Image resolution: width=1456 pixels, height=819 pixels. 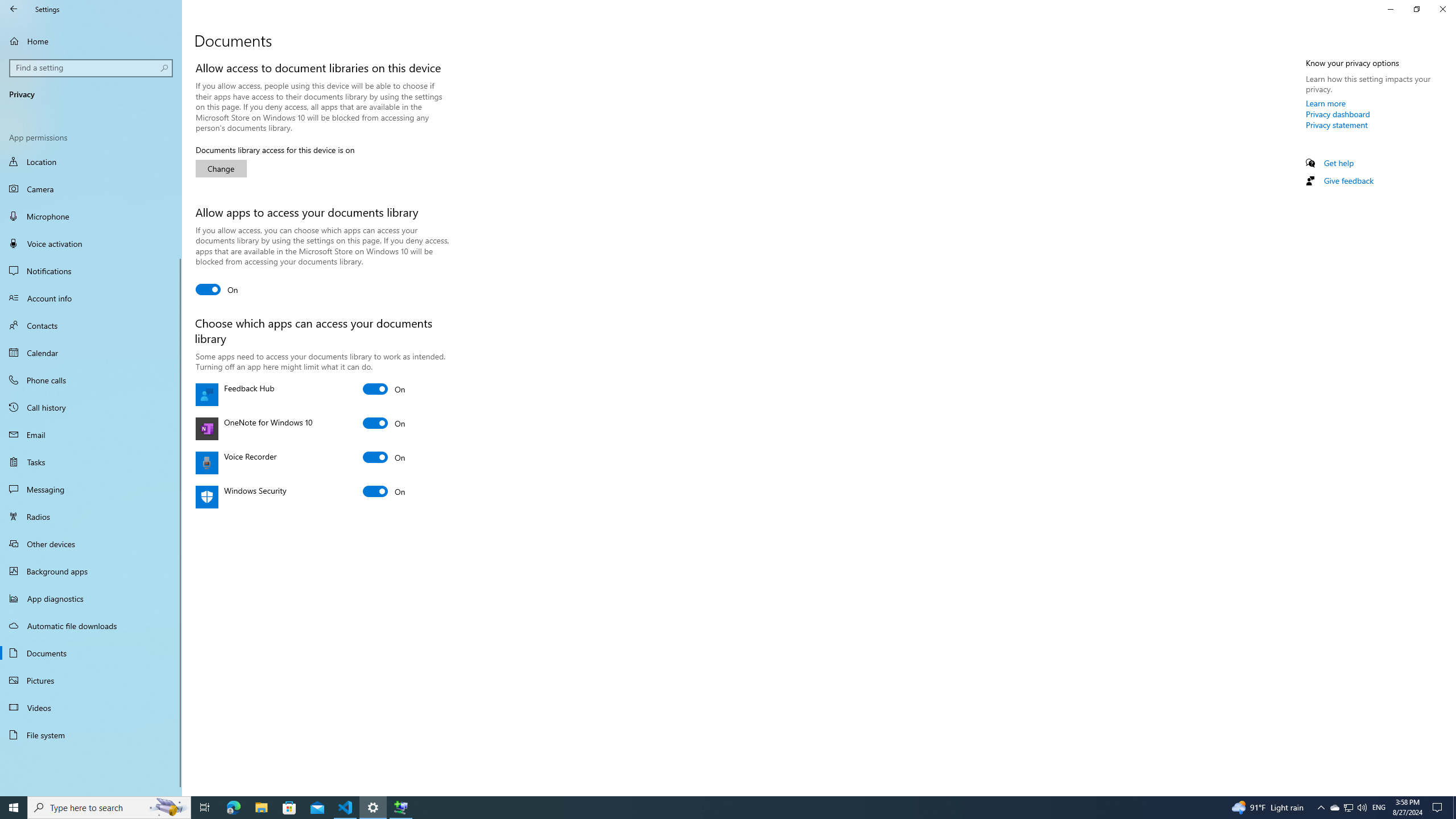 I want to click on 'App diagnostics', so click(x=90, y=597).